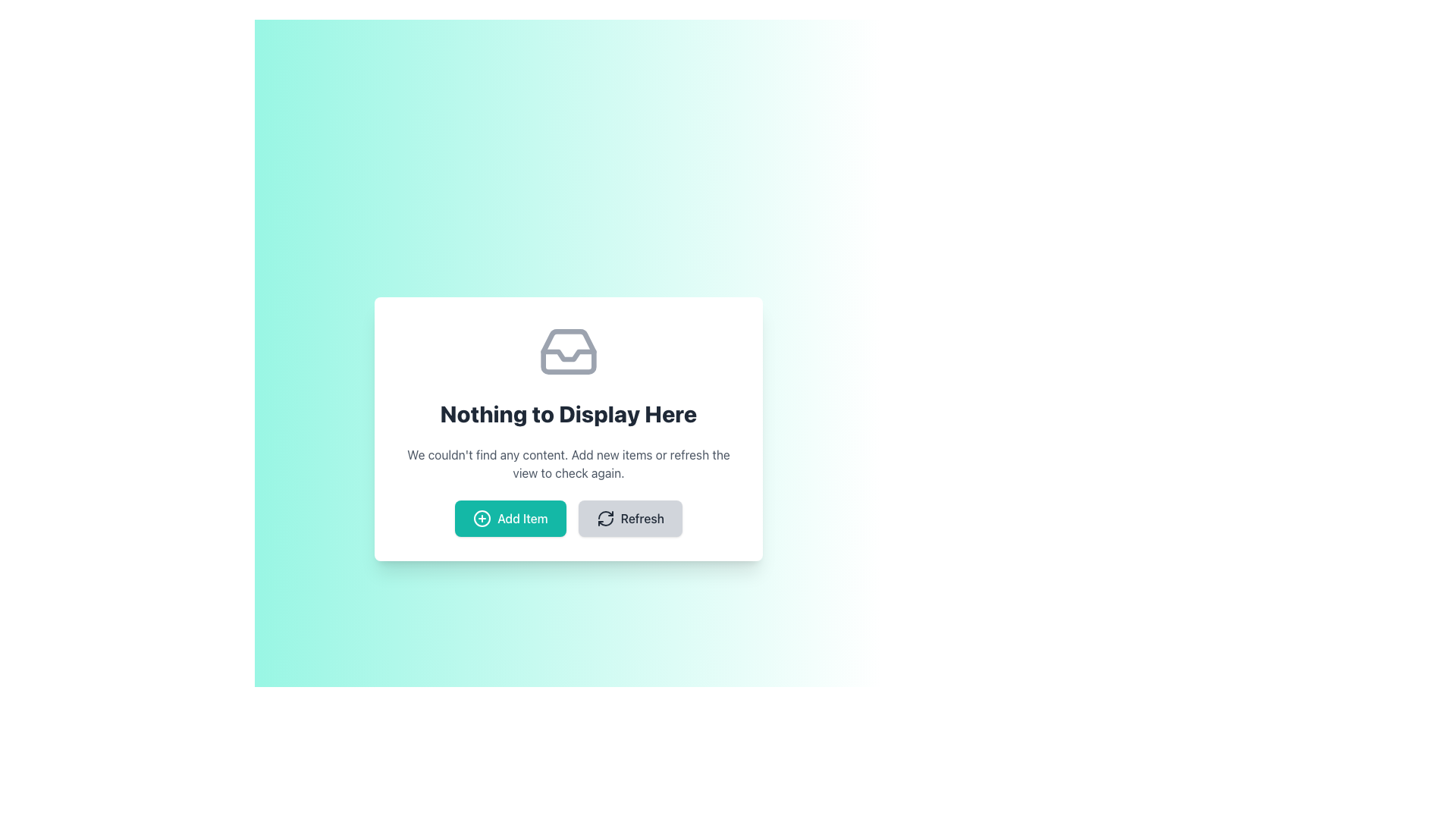 Image resolution: width=1456 pixels, height=819 pixels. What do you see at coordinates (482, 517) in the screenshot?
I see `the decorative background element, which is a green outlined circle with a white background, associated with the '+' icon for adding an item` at bounding box center [482, 517].